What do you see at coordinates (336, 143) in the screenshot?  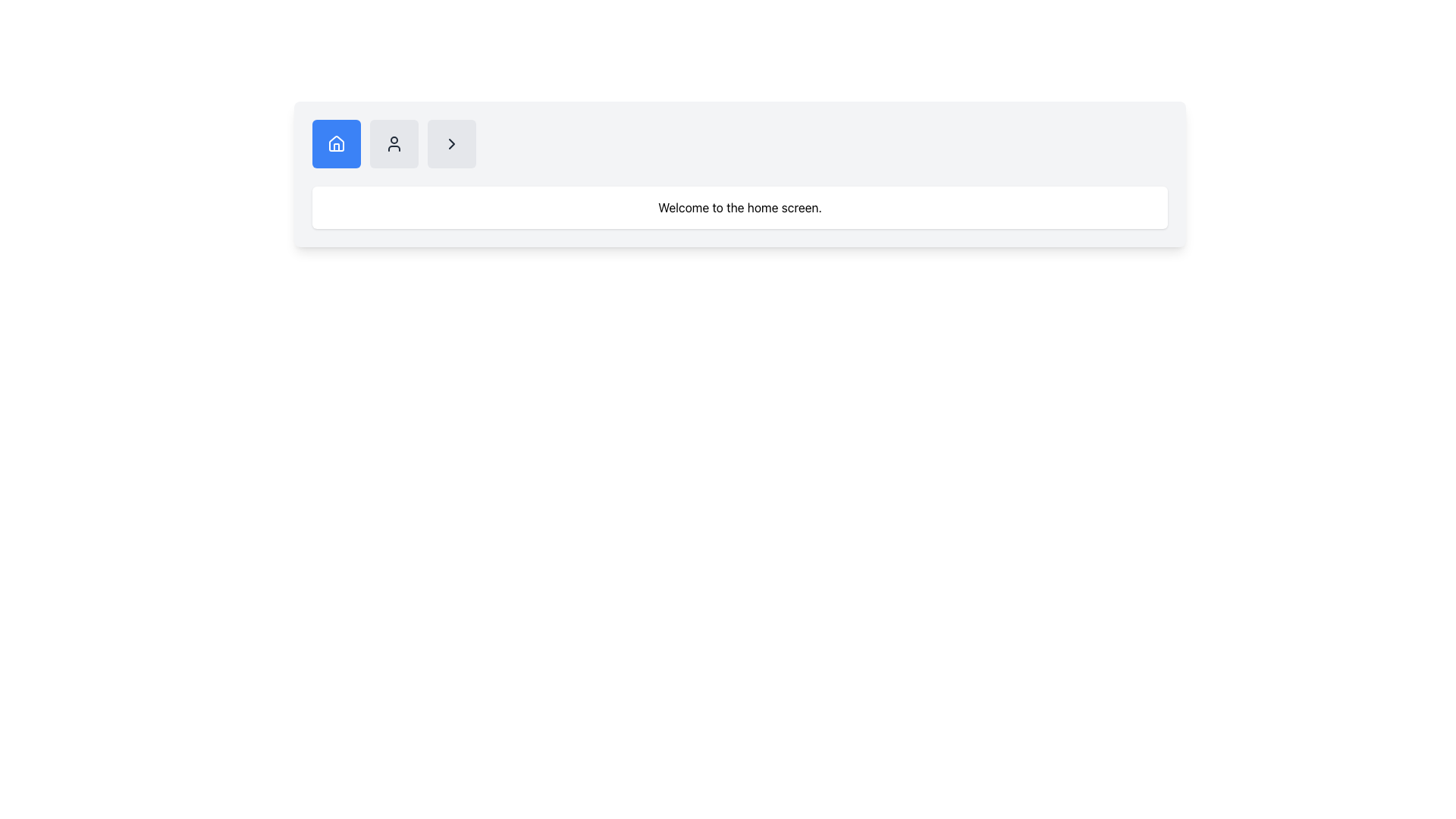 I see `the navigation button located in the top-left corner of the button group` at bounding box center [336, 143].